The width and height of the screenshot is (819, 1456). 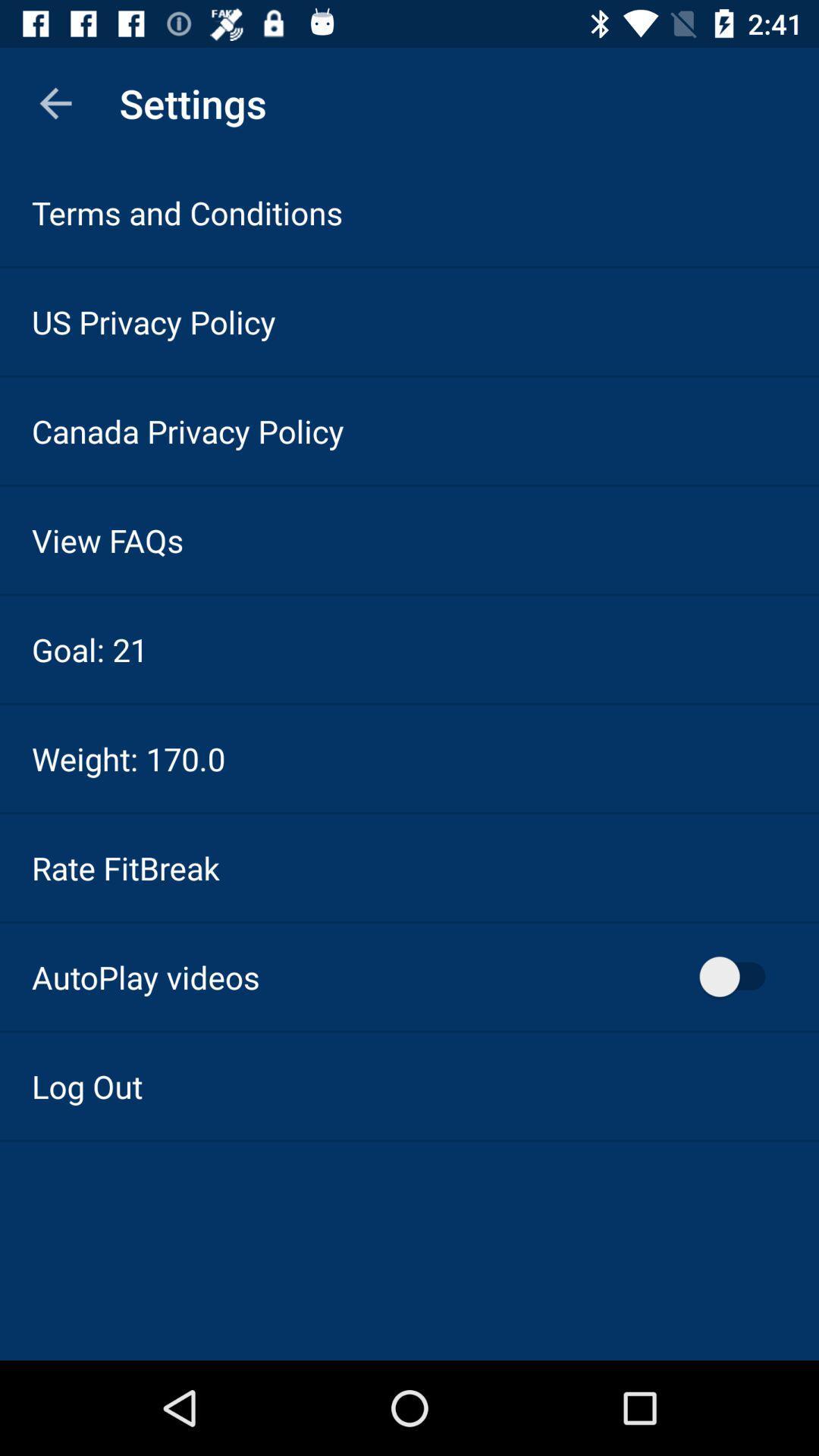 I want to click on icon below rate fitbreak item, so click(x=146, y=977).